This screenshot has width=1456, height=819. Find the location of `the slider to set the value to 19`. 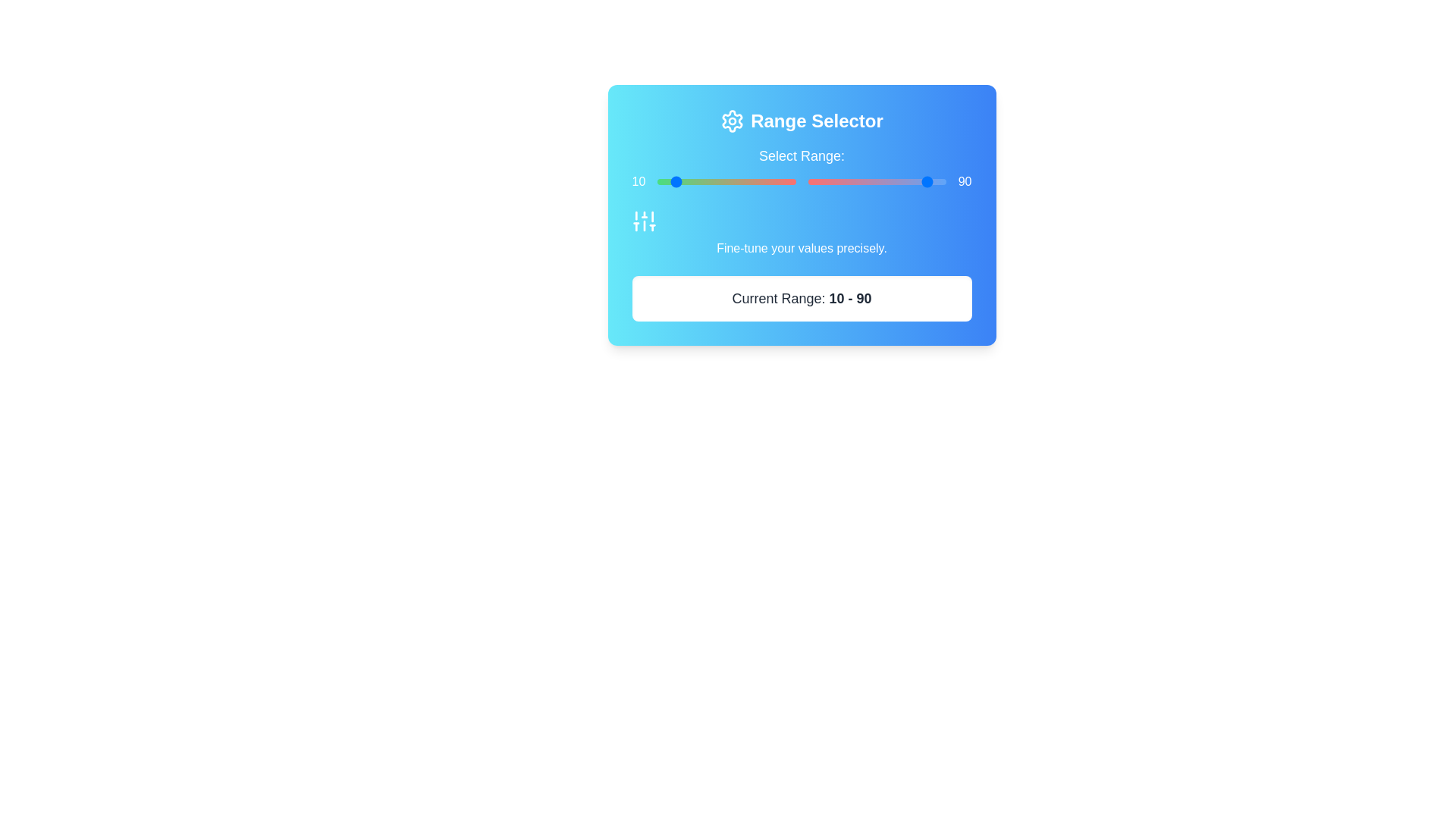

the slider to set the value to 19 is located at coordinates (711, 180).